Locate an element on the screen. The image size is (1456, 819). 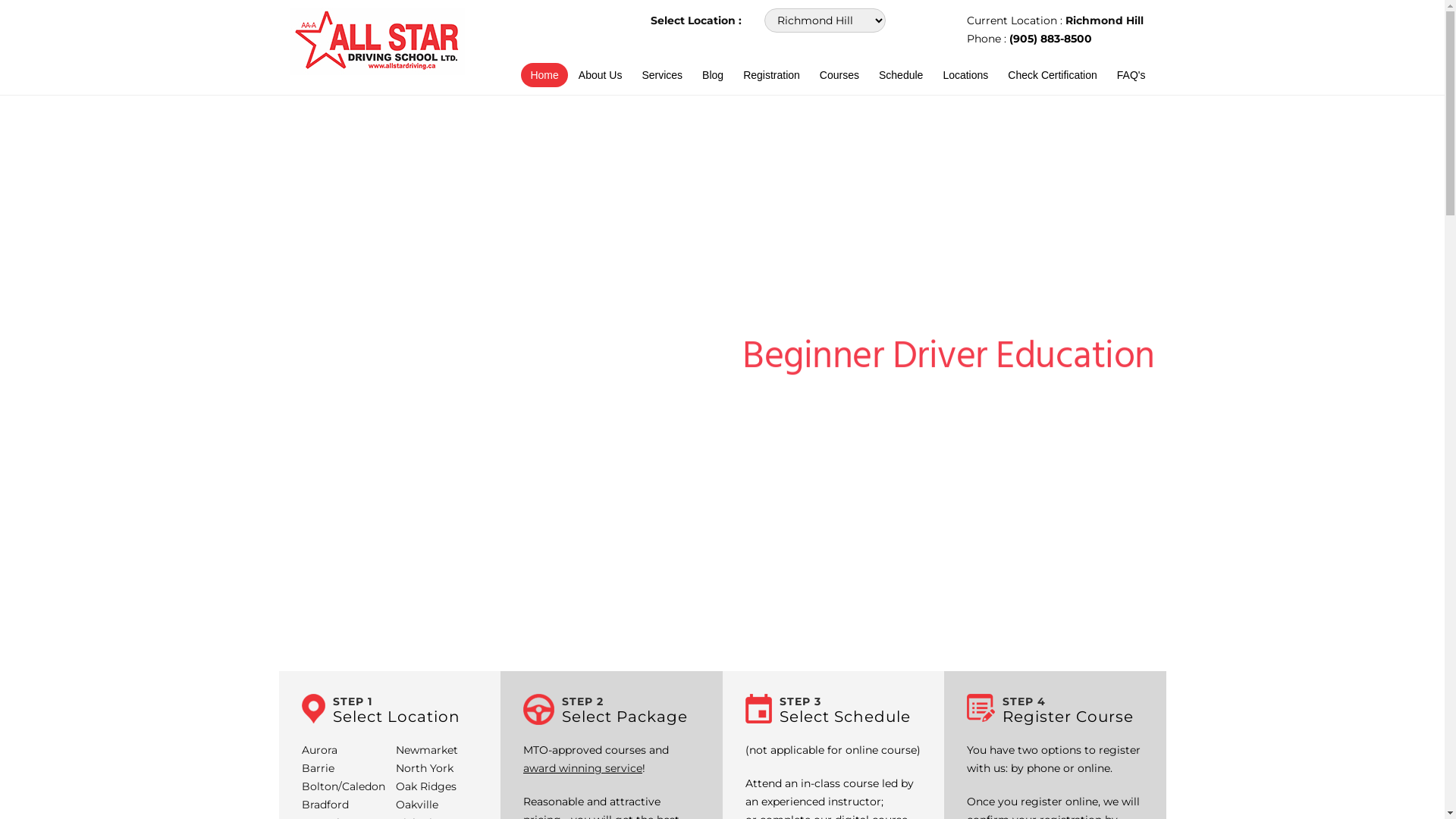
'Bradford' is located at coordinates (324, 803).